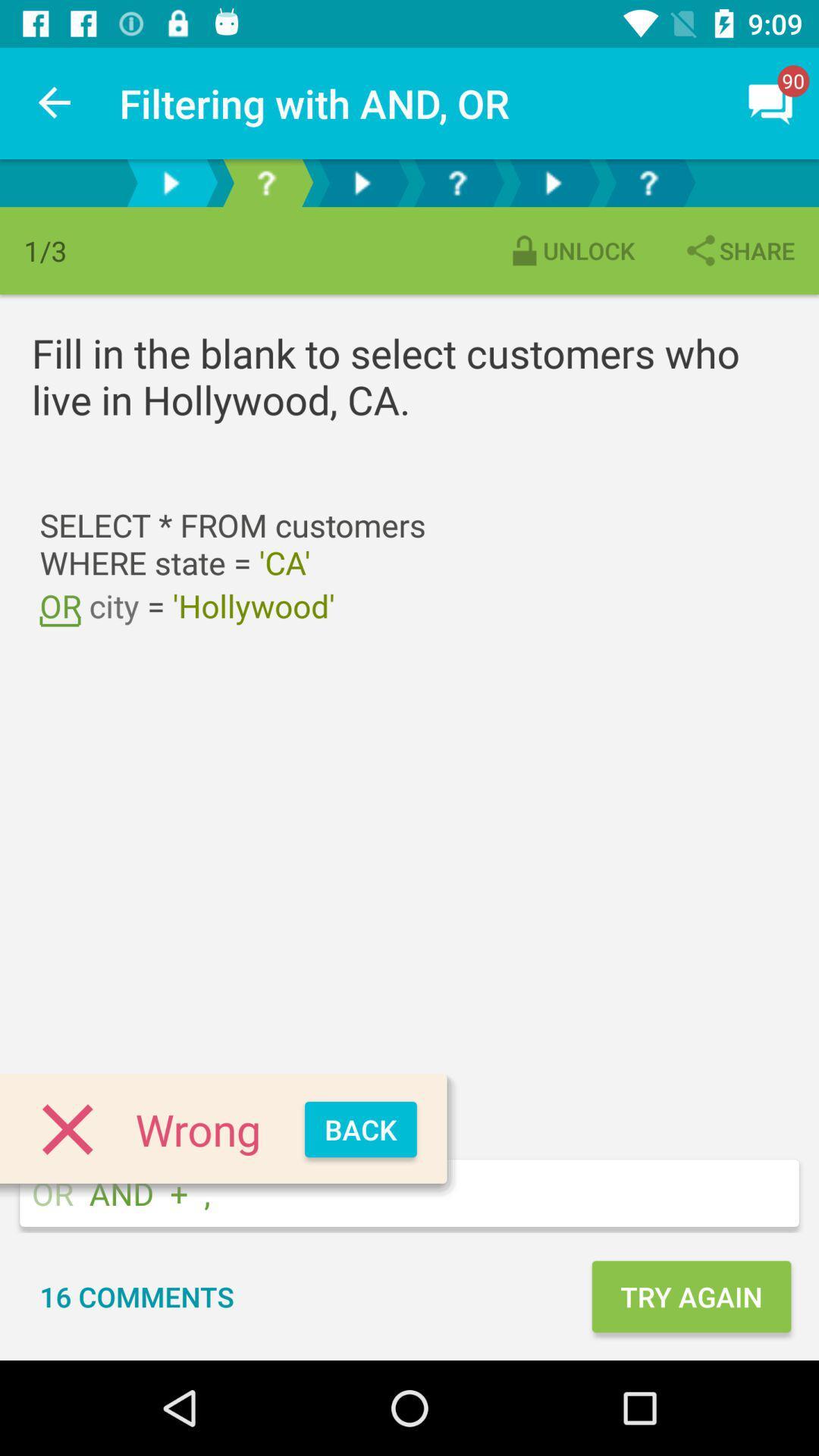  What do you see at coordinates (136, 1295) in the screenshot?
I see `item to the left of try again icon` at bounding box center [136, 1295].